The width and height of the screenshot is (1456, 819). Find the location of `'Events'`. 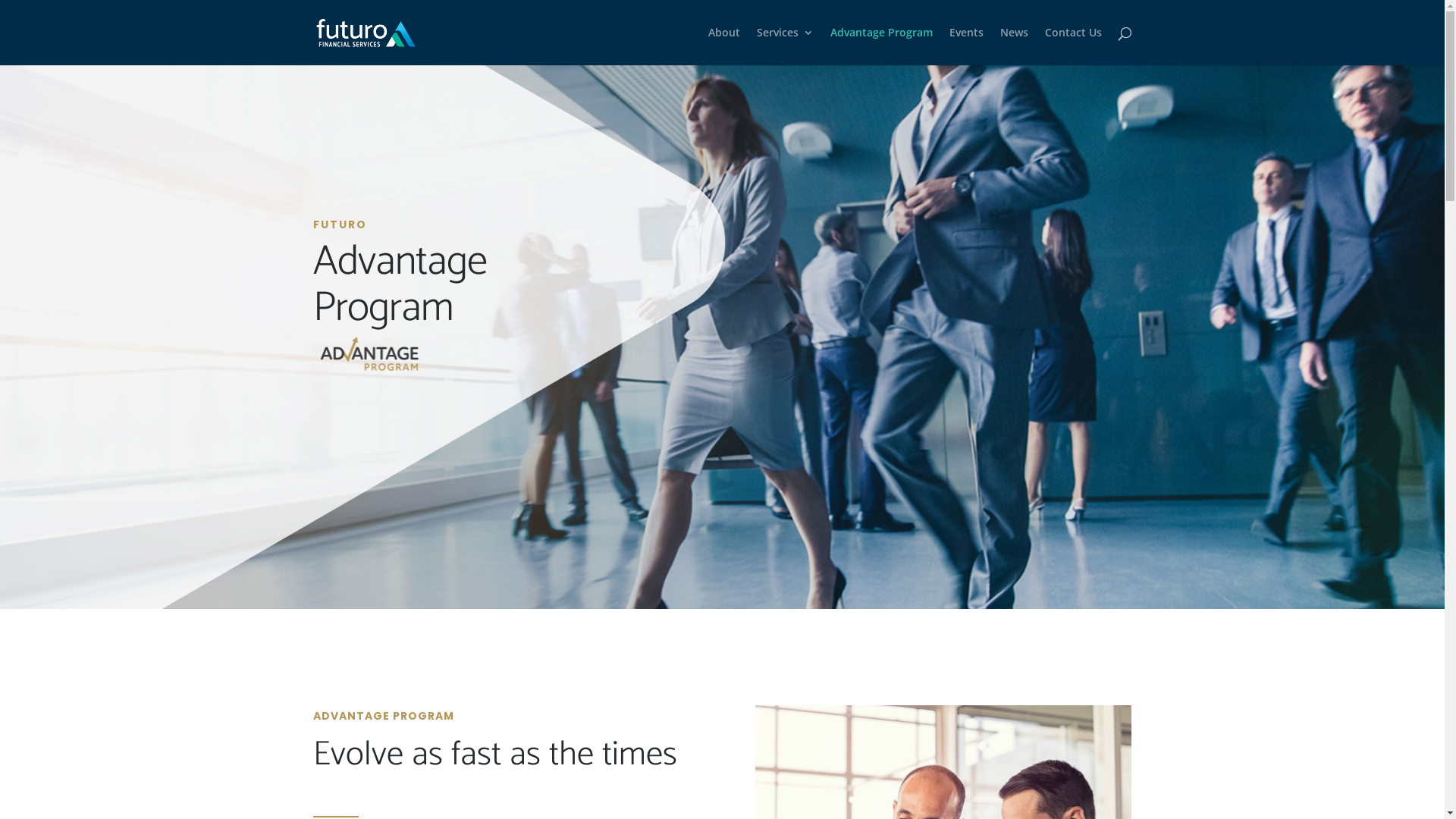

'Events' is located at coordinates (965, 45).